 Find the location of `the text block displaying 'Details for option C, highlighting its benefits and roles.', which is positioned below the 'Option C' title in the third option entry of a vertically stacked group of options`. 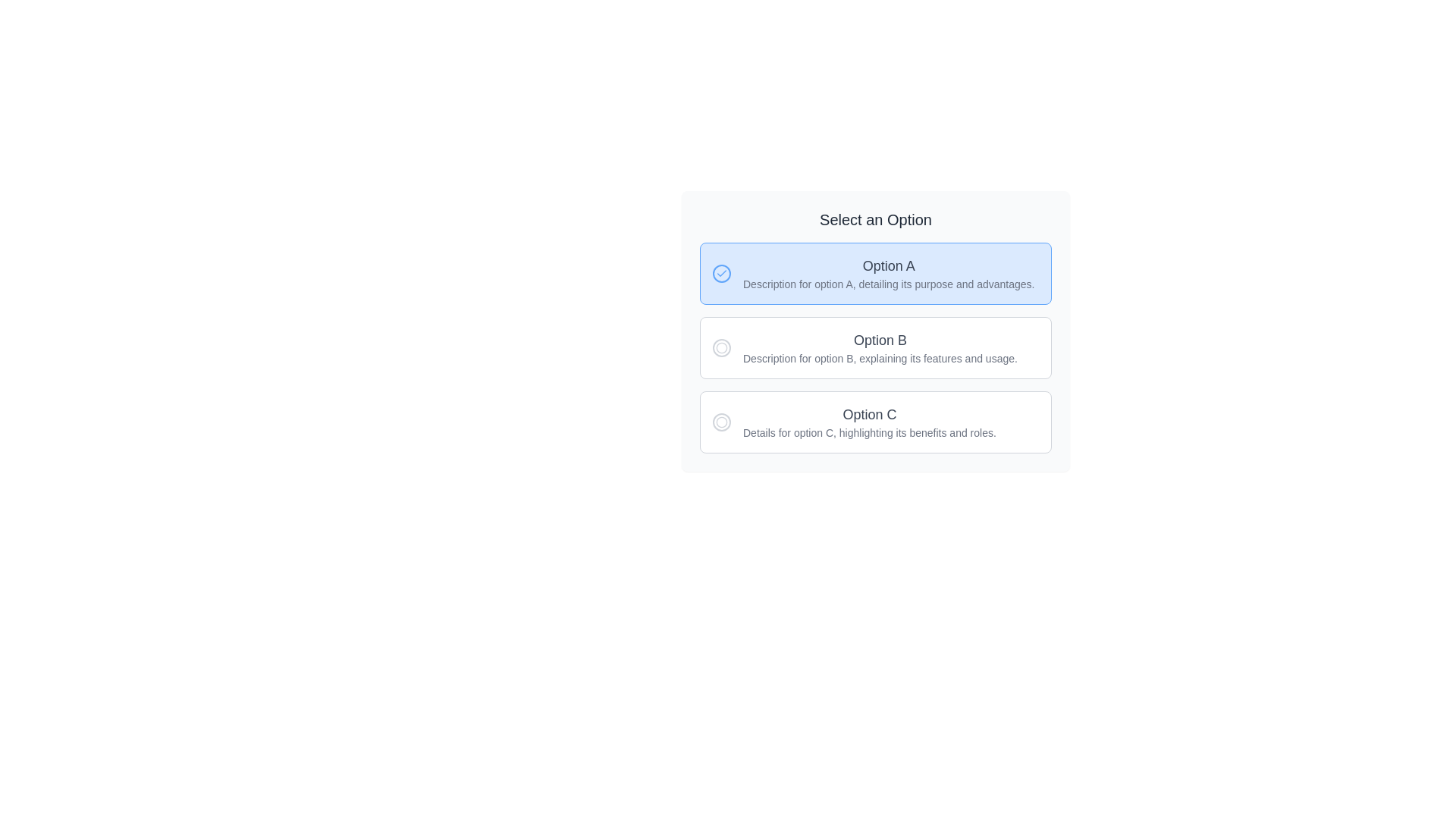

the text block displaying 'Details for option C, highlighting its benefits and roles.', which is positioned below the 'Option C' title in the third option entry of a vertically stacked group of options is located at coordinates (870, 432).